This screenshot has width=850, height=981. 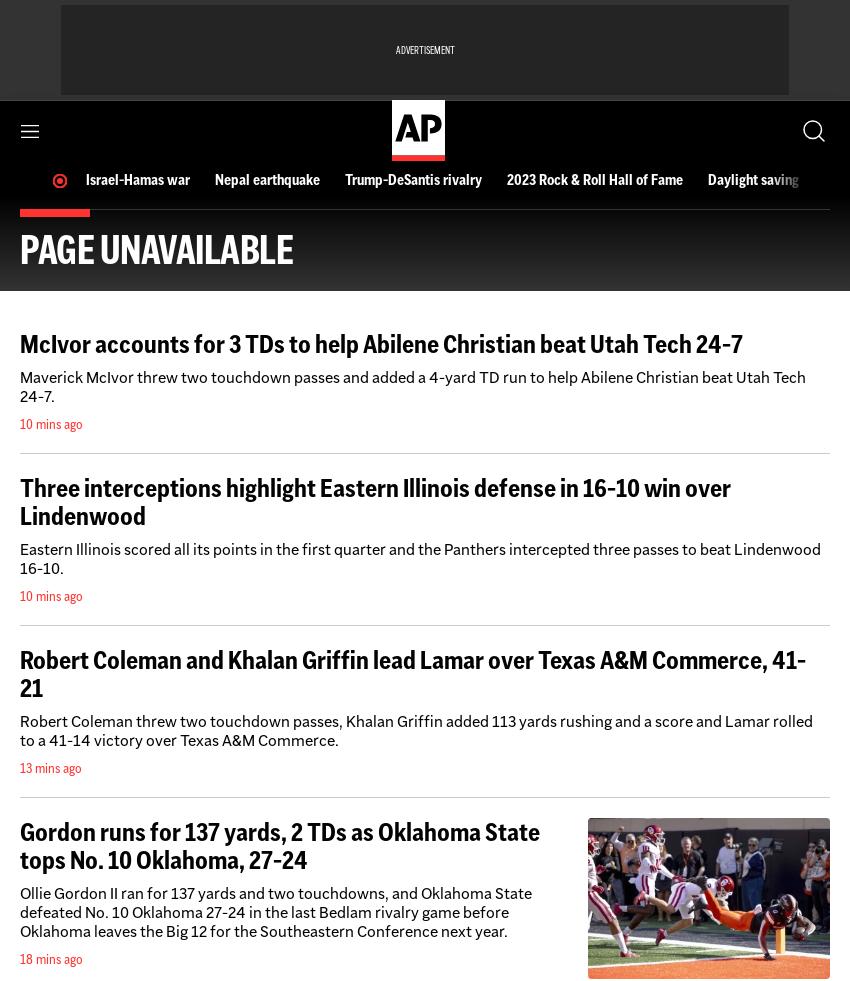 What do you see at coordinates (18, 912) in the screenshot?
I see `'Ollie Gordon II ran for 137 yards and two touchdowns, and Oklahoma State defeated No. 10 Oklahoma 27-24 in the last Bedlam rivalry game before Oklahoma leaves the Big 12 for the Southeastern Conference next year.'` at bounding box center [18, 912].